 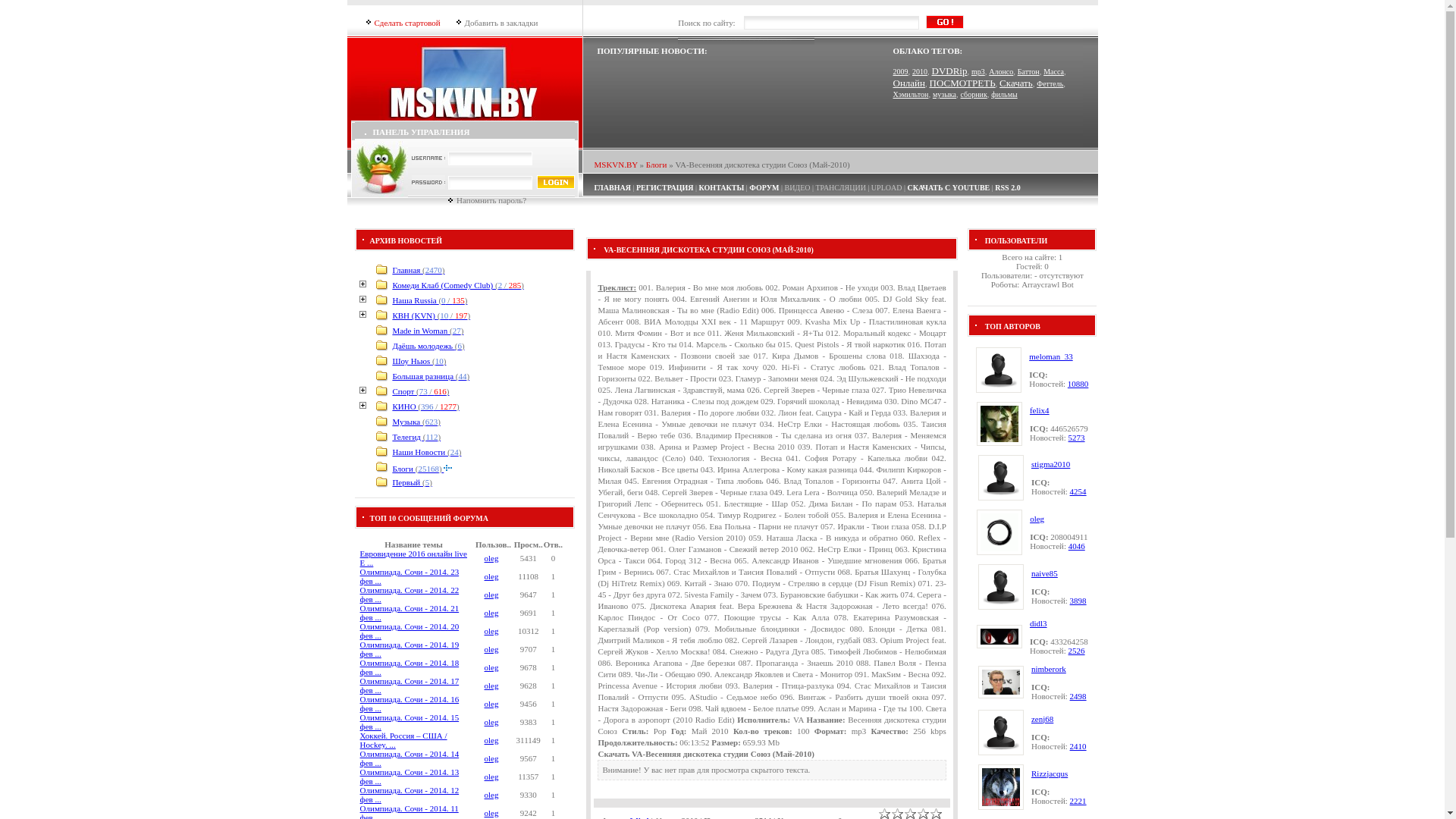 I want to click on 'oleg', so click(x=491, y=666).